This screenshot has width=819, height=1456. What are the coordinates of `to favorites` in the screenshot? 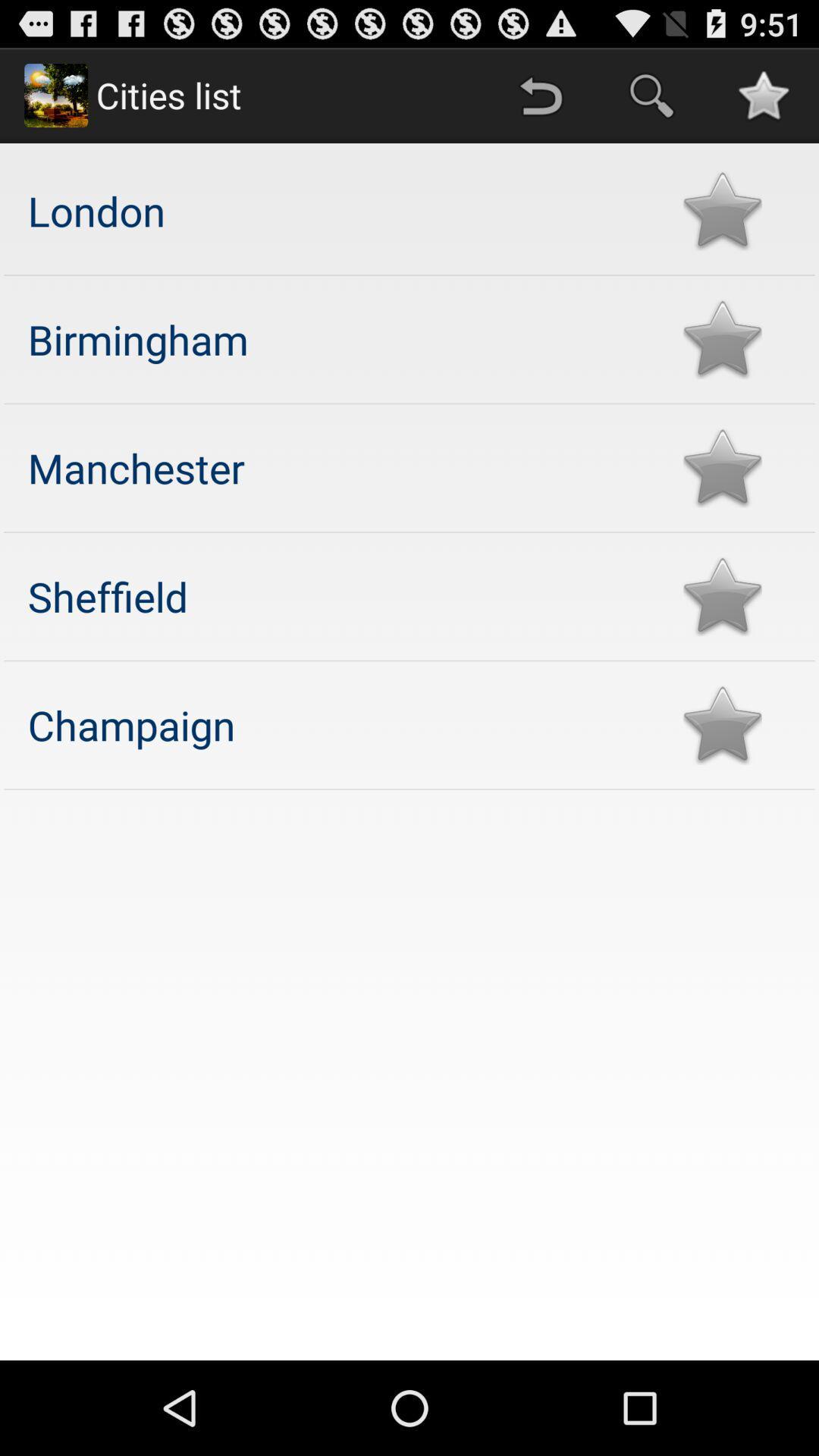 It's located at (721, 210).